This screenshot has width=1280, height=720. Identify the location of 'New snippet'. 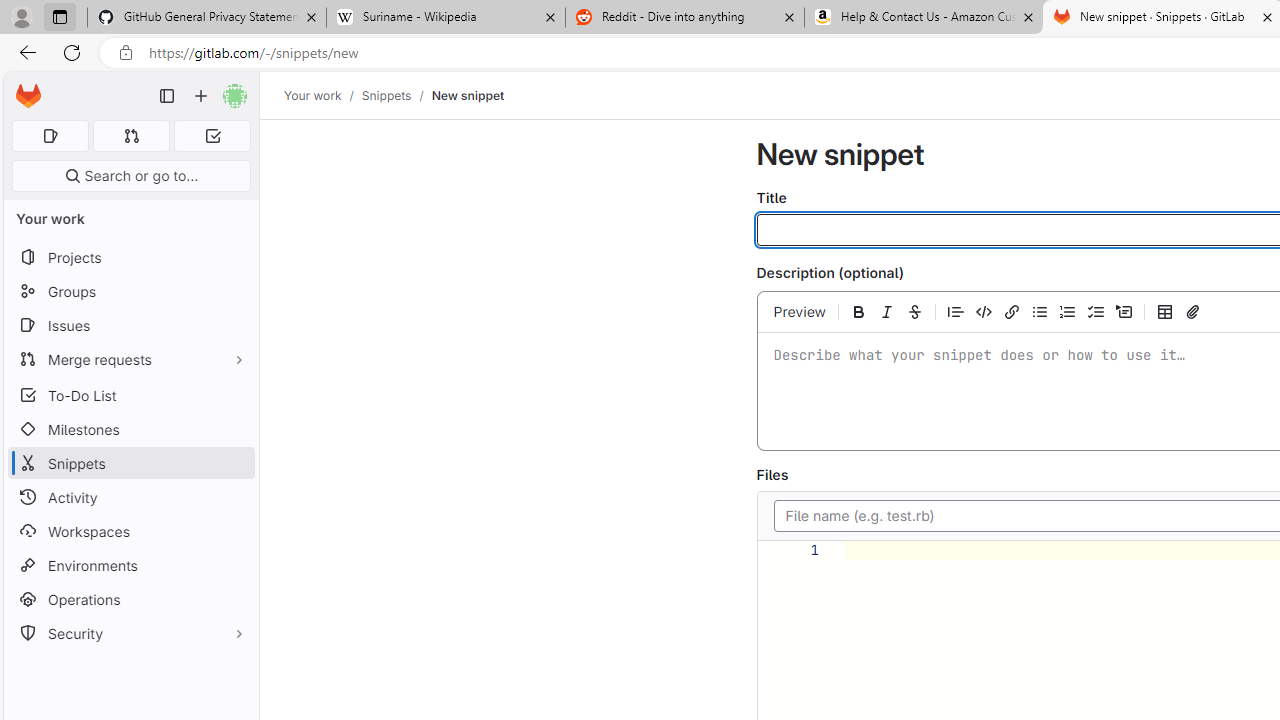
(467, 95).